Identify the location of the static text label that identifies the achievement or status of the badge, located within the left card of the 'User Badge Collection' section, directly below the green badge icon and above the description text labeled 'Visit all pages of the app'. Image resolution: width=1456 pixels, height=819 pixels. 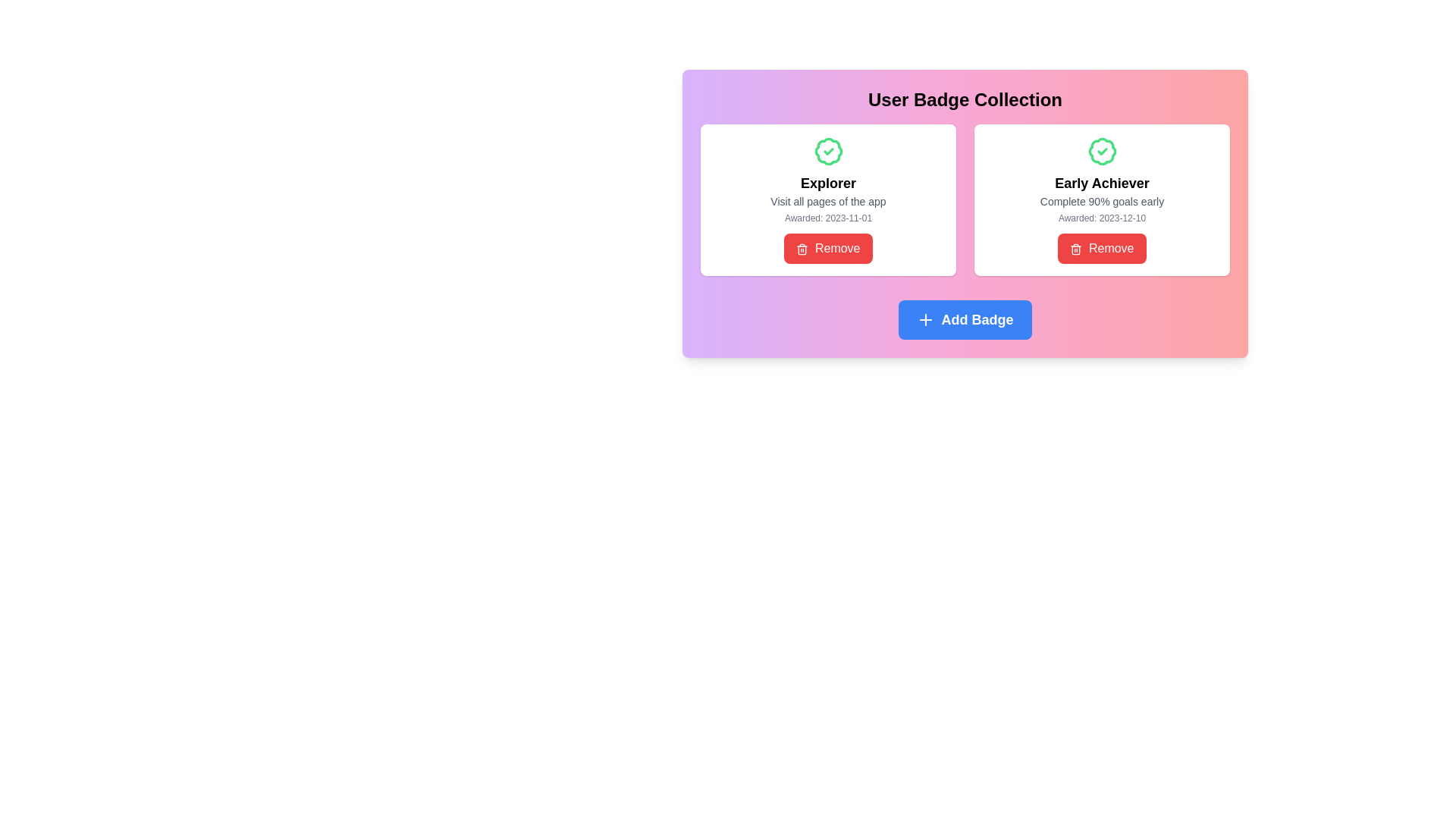
(827, 183).